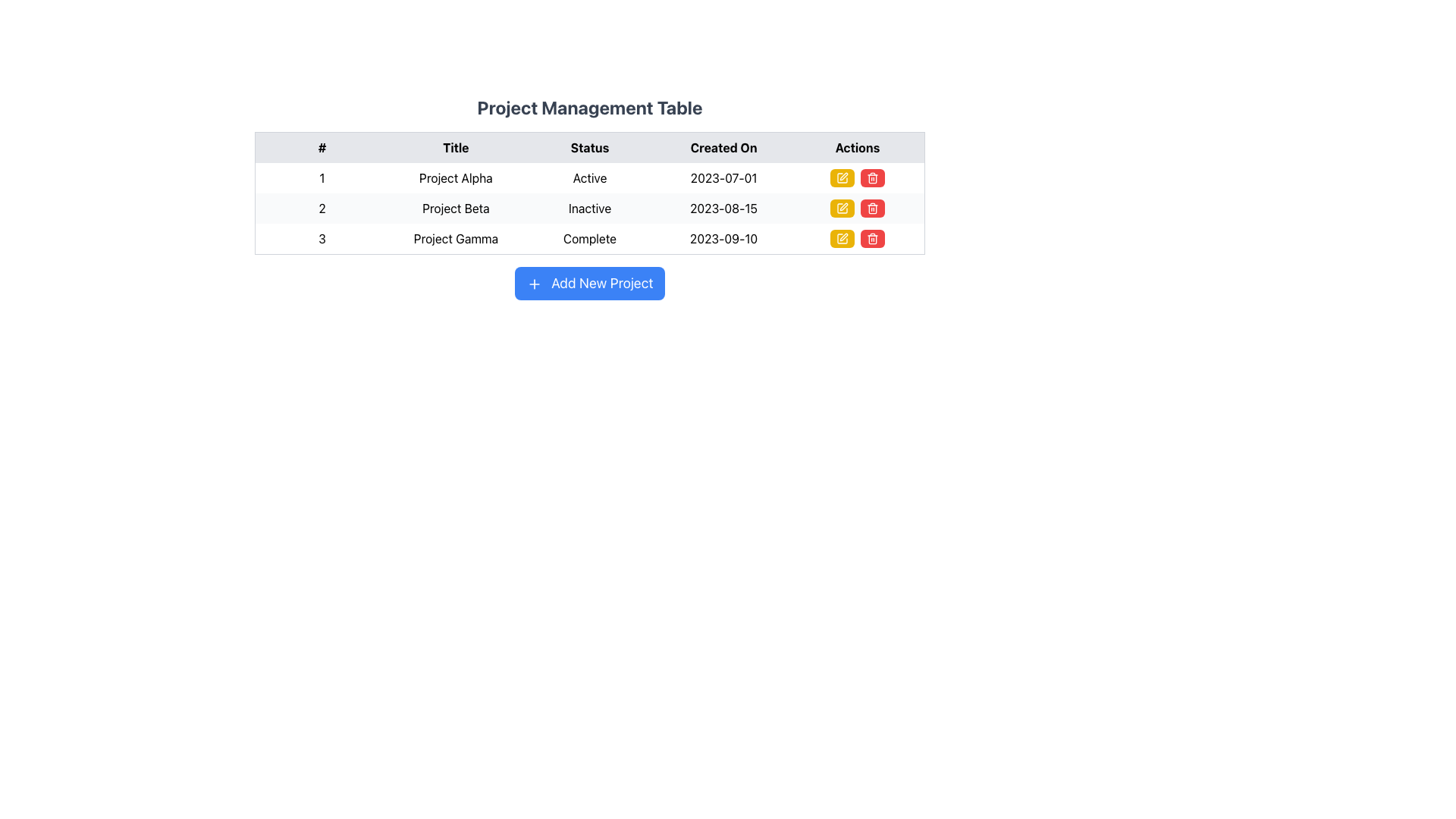 This screenshot has width=1456, height=819. Describe the element at coordinates (841, 239) in the screenshot. I see `the 'Edit' button in the 'Actions' column of the 'Project Management Table' to initiate editing for the 'Project Gamma' entry` at that location.